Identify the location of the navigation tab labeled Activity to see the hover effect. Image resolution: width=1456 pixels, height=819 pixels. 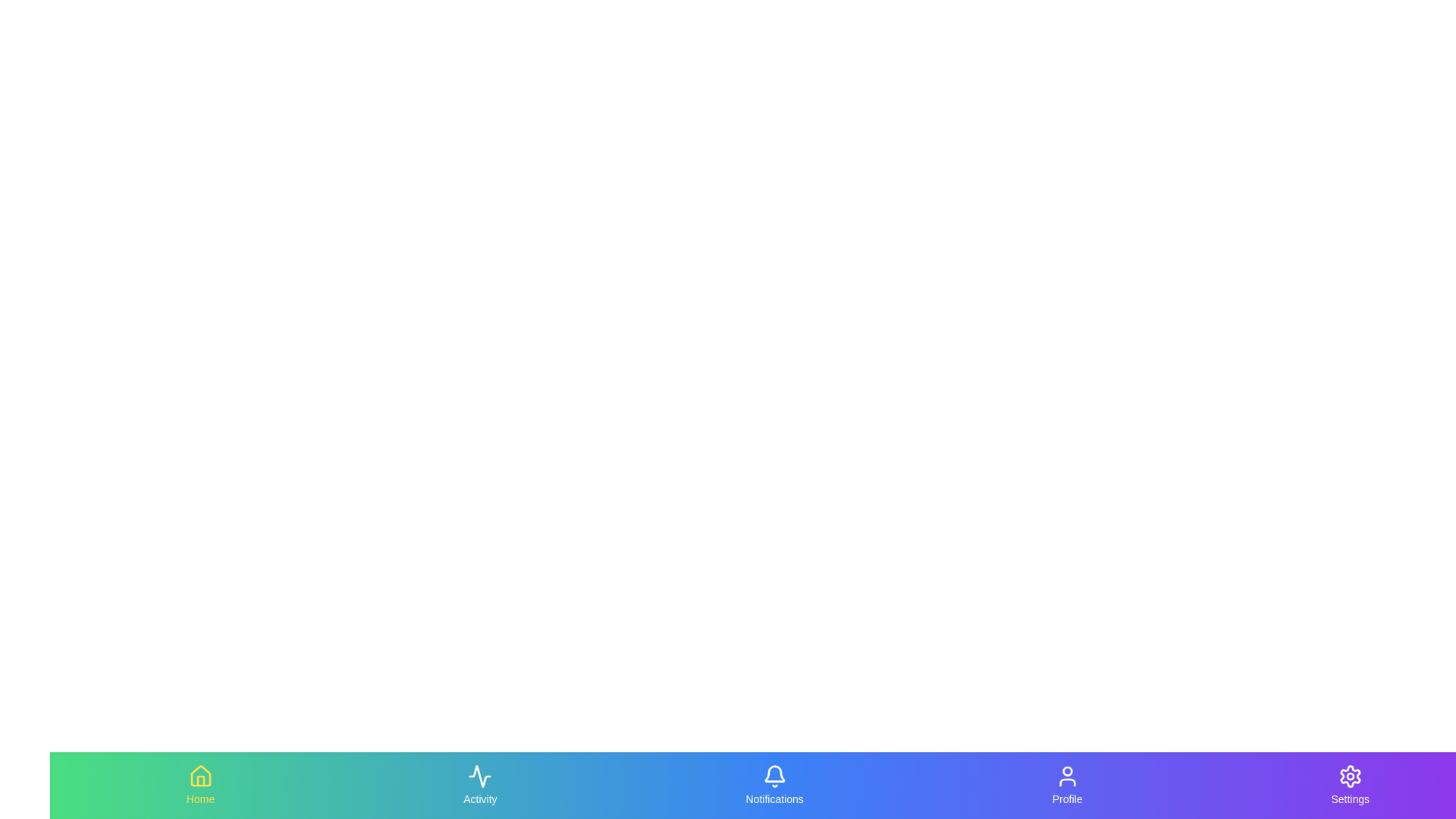
(479, 785).